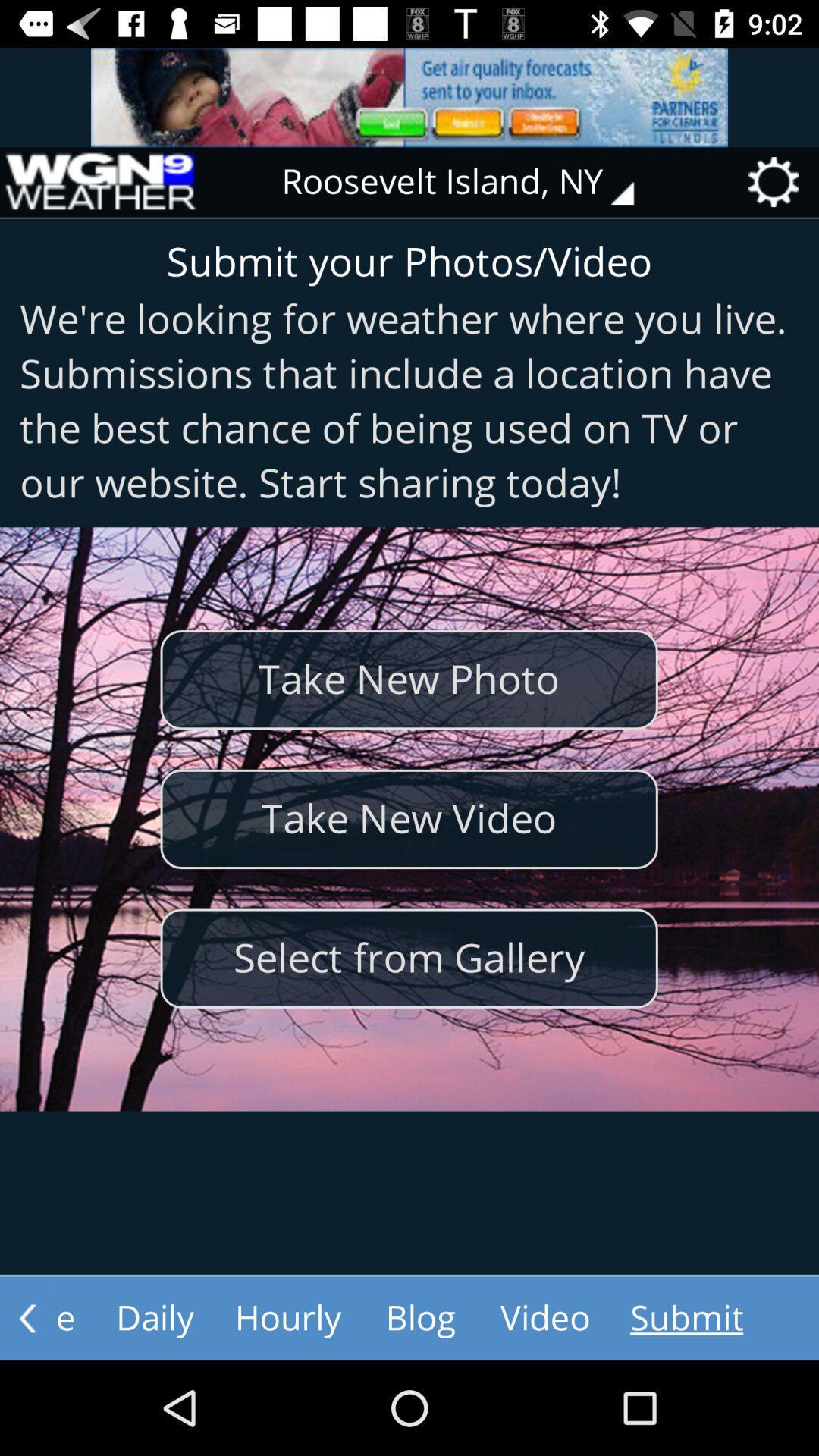 This screenshot has height=1456, width=819. What do you see at coordinates (468, 182) in the screenshot?
I see `roosevelt island, ny icon` at bounding box center [468, 182].